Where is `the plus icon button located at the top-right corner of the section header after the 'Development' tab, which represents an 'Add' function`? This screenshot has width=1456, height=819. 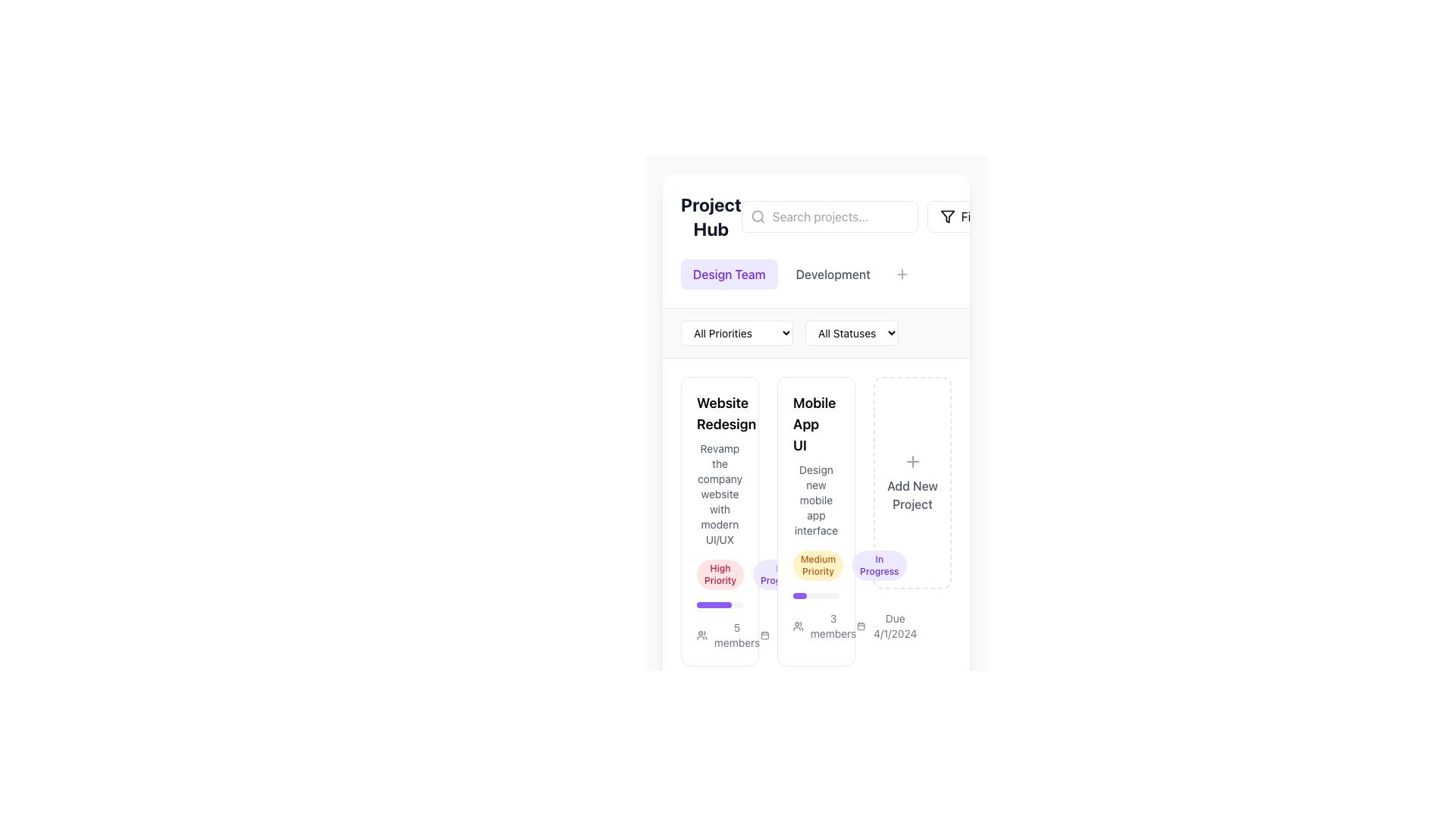 the plus icon button located at the top-right corner of the section header after the 'Development' tab, which represents an 'Add' function is located at coordinates (902, 275).